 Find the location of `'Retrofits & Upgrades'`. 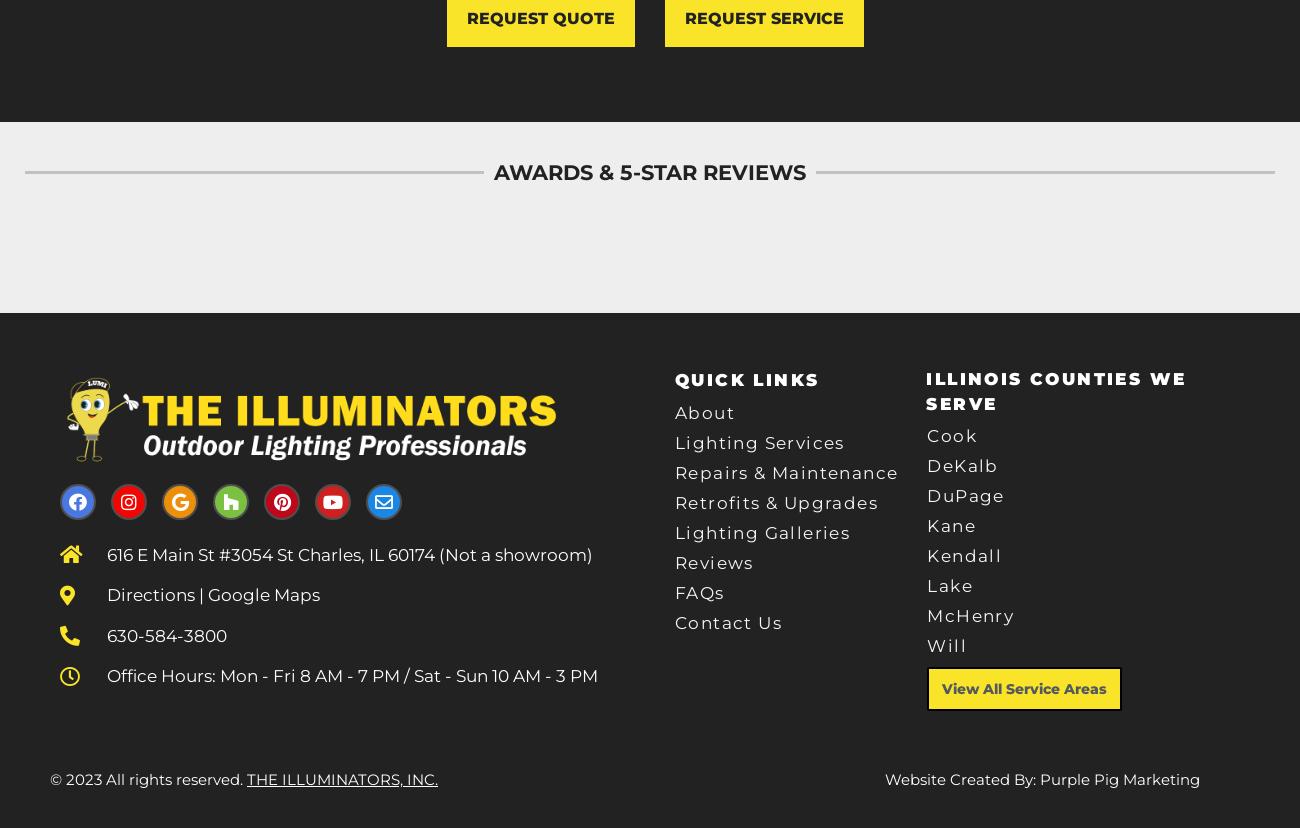

'Retrofits & Upgrades' is located at coordinates (775, 503).